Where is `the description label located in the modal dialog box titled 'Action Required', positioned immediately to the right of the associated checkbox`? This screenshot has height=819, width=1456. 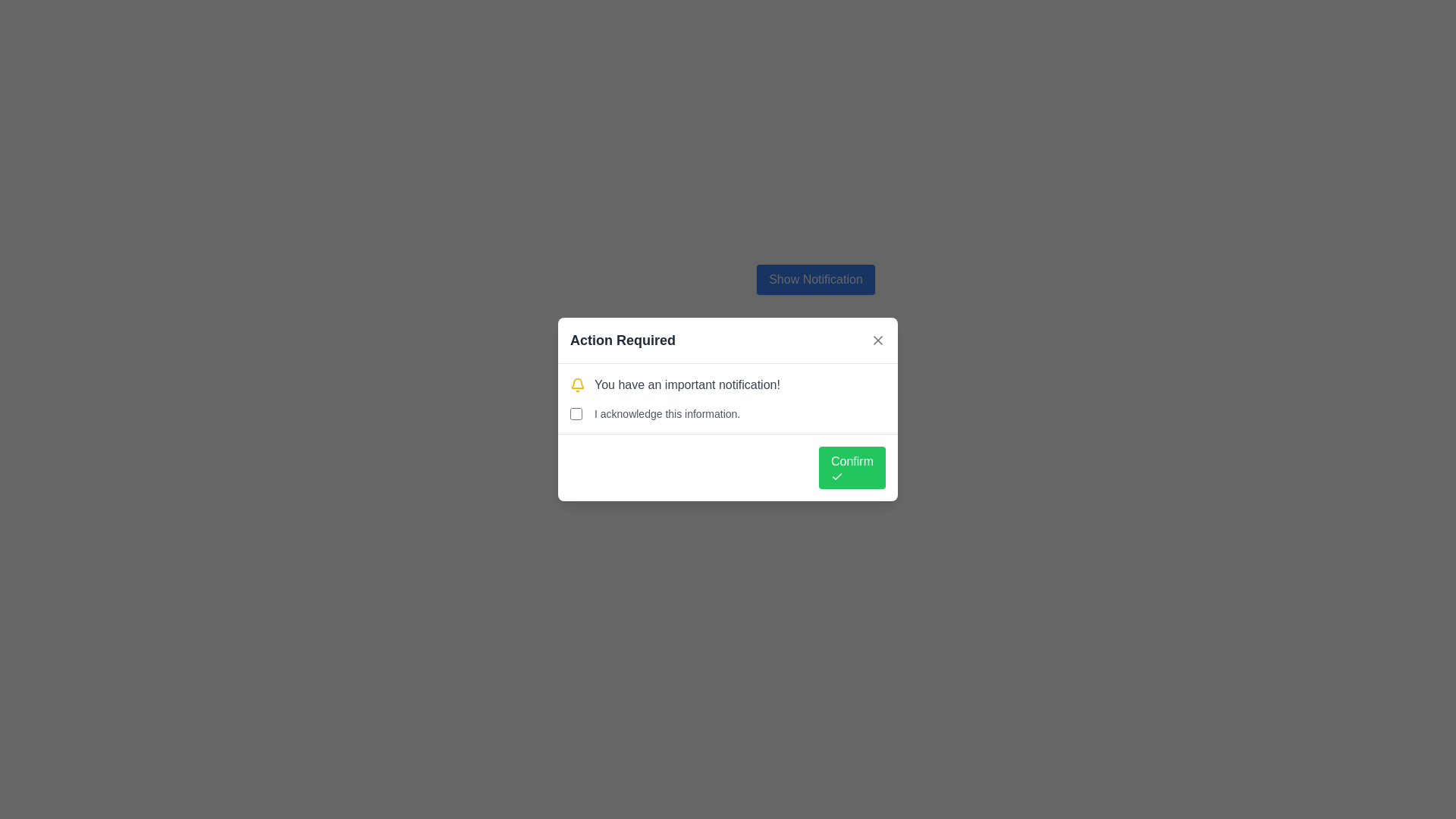
the description label located in the modal dialog box titled 'Action Required', positioned immediately to the right of the associated checkbox is located at coordinates (667, 414).